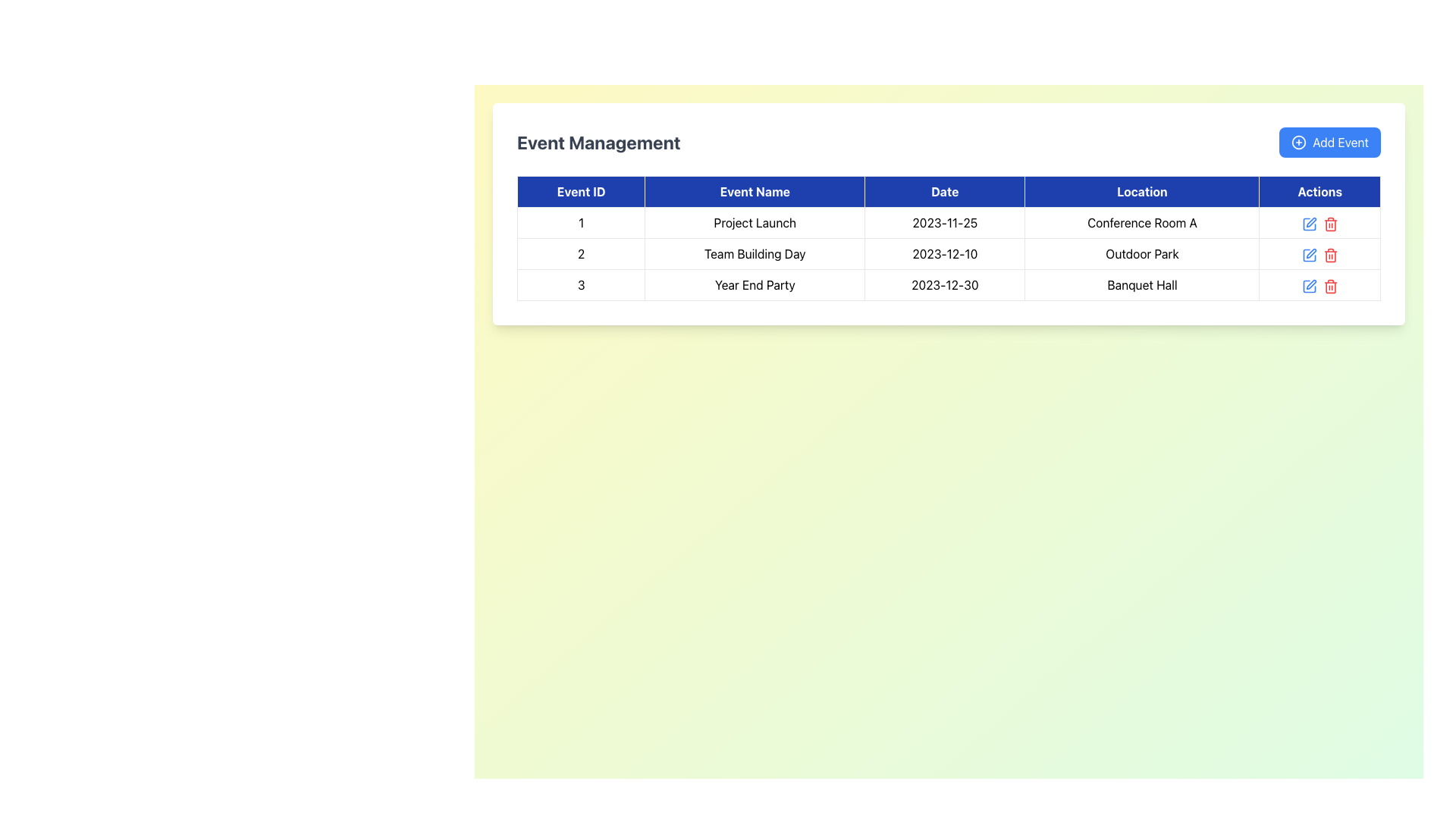  What do you see at coordinates (944, 284) in the screenshot?
I see `text displayed in the third cell under the 'Date' column of the 'Event Management' table, which corresponds to the event 'Year End Party'` at bounding box center [944, 284].